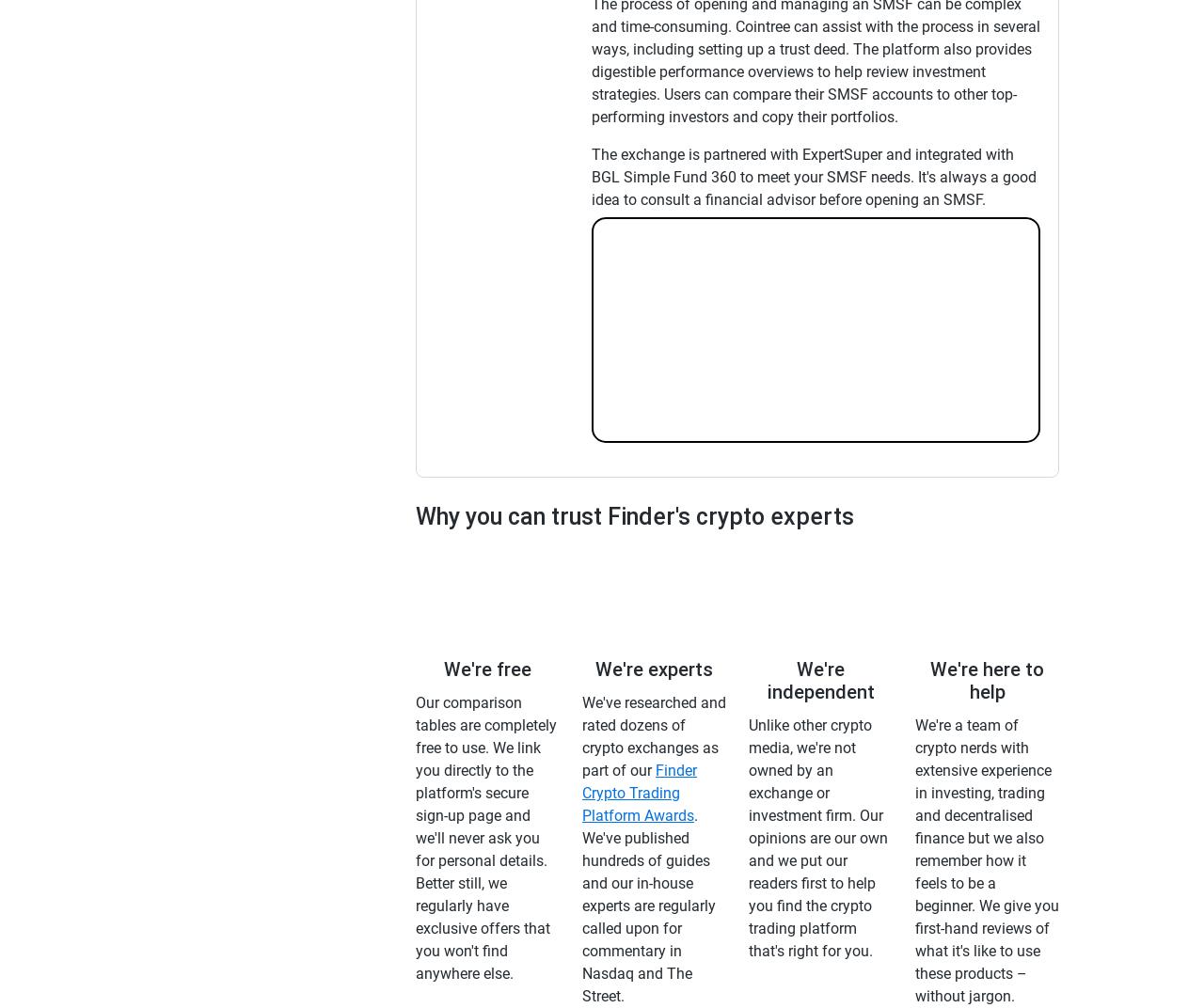  Describe the element at coordinates (485, 838) in the screenshot. I see `'Our comparison tables are completely free to use. We link you directly to the platform's secure sign-up page and we'll never ask you for personal details. Better still, we regularly have exclusive offers that you won't find anywhere else.'` at that location.